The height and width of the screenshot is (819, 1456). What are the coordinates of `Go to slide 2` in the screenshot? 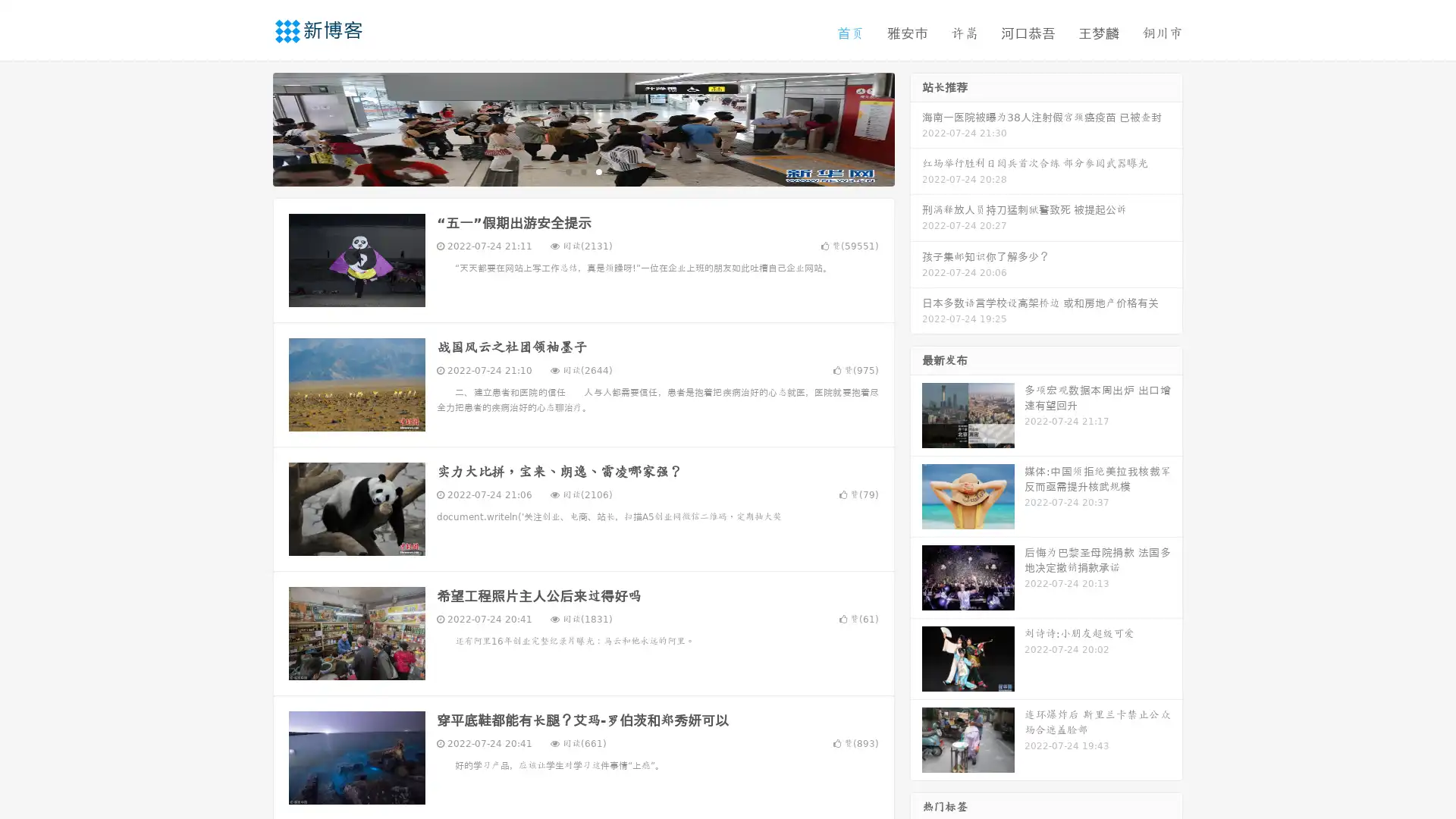 It's located at (582, 171).